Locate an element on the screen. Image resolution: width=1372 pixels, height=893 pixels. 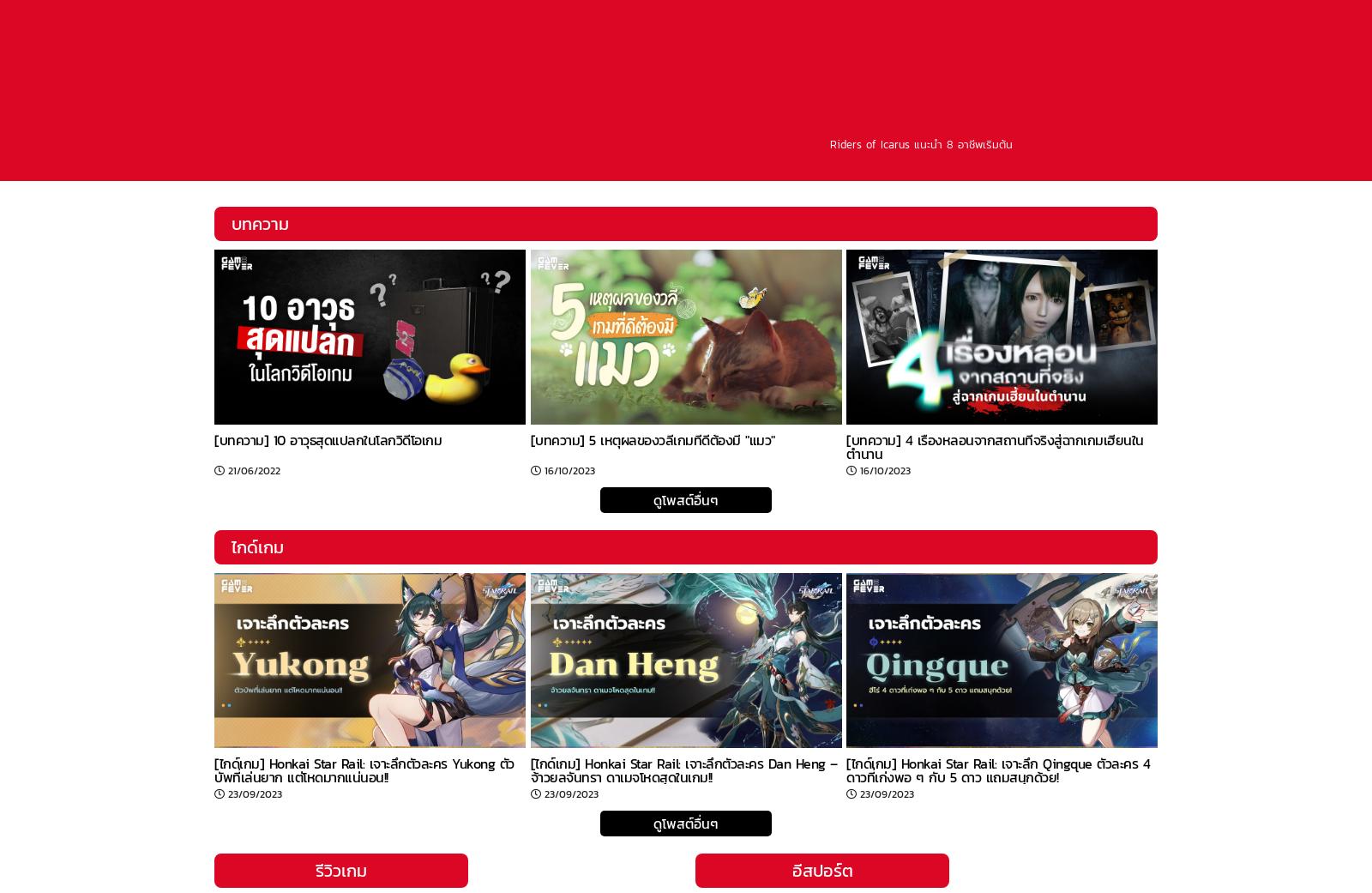
'[บทความ] 10 อาวุธสุดแปลกในโลกวิดีโอเกม' is located at coordinates (328, 439).